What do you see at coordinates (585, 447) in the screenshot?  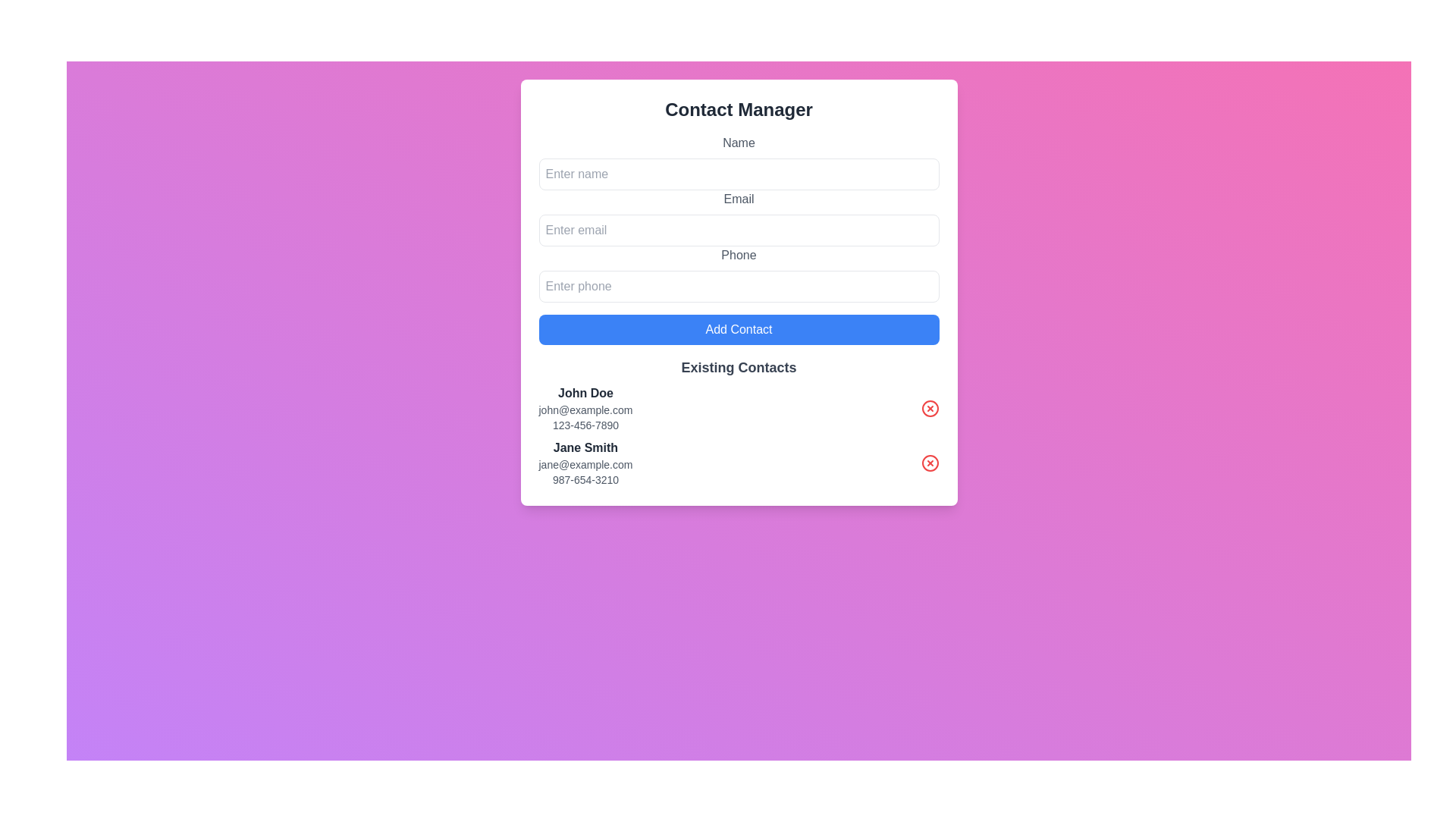 I see `the Static Text element displaying 'Jane Smith' in the 'Existing Contacts' section, which is positioned above the email and phone number of 'John Doe'` at bounding box center [585, 447].